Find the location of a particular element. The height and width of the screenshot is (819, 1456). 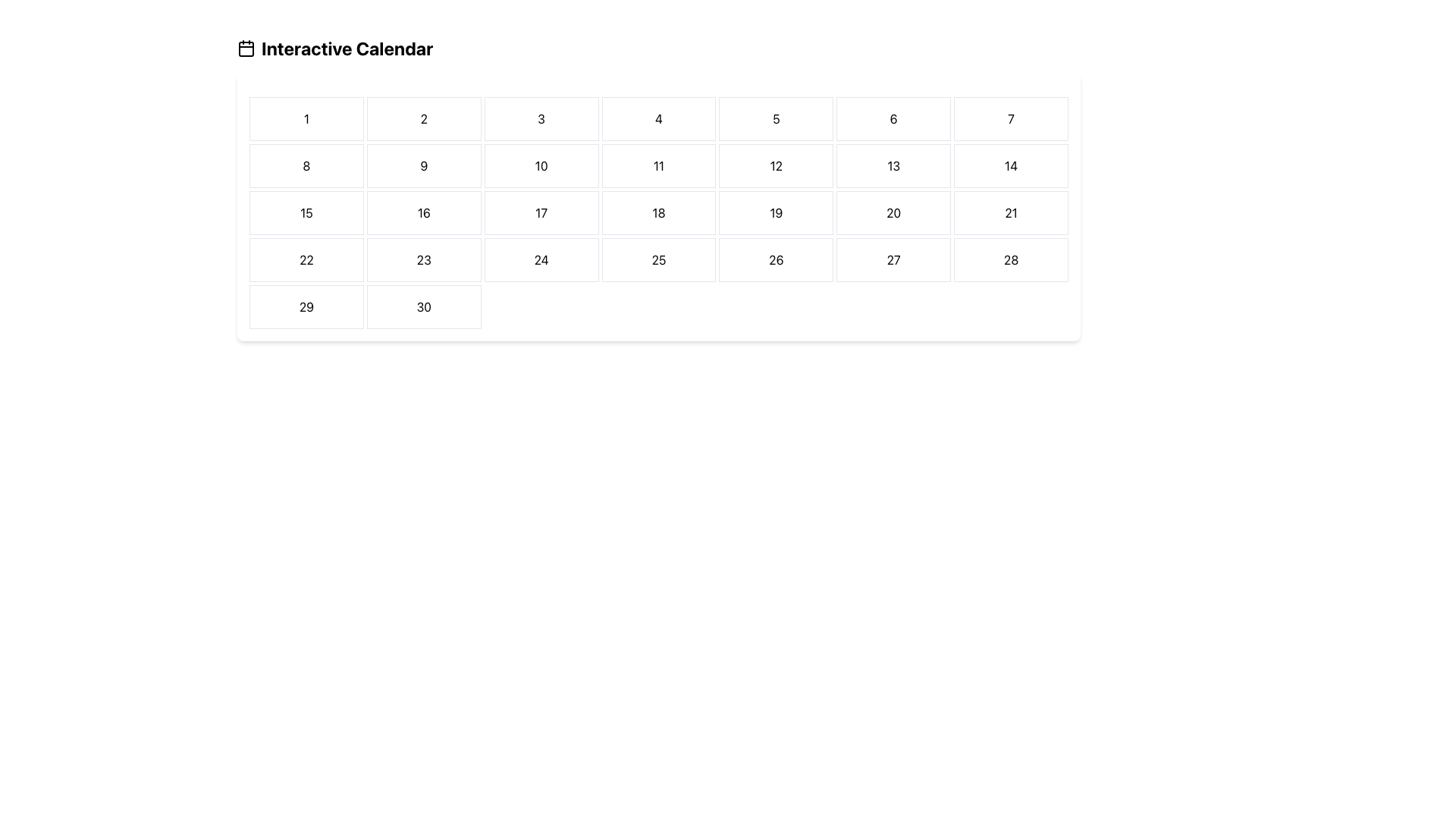

the static cell displaying the text '23' in the fourth row and second column of the calendar grid is located at coordinates (424, 259).